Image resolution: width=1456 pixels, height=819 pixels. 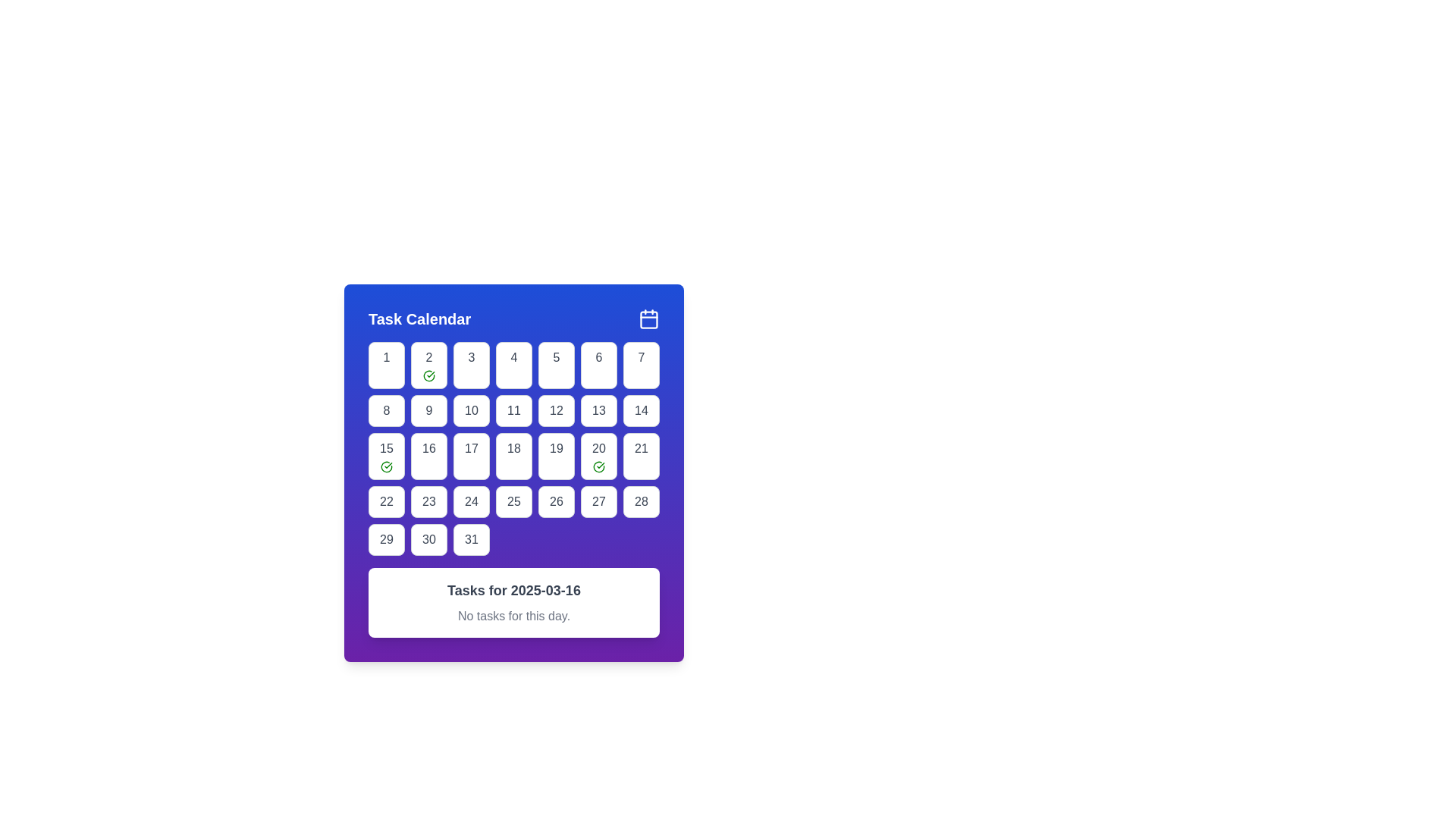 What do you see at coordinates (386, 411) in the screenshot?
I see `the Calendar date cell displaying the number '8'` at bounding box center [386, 411].